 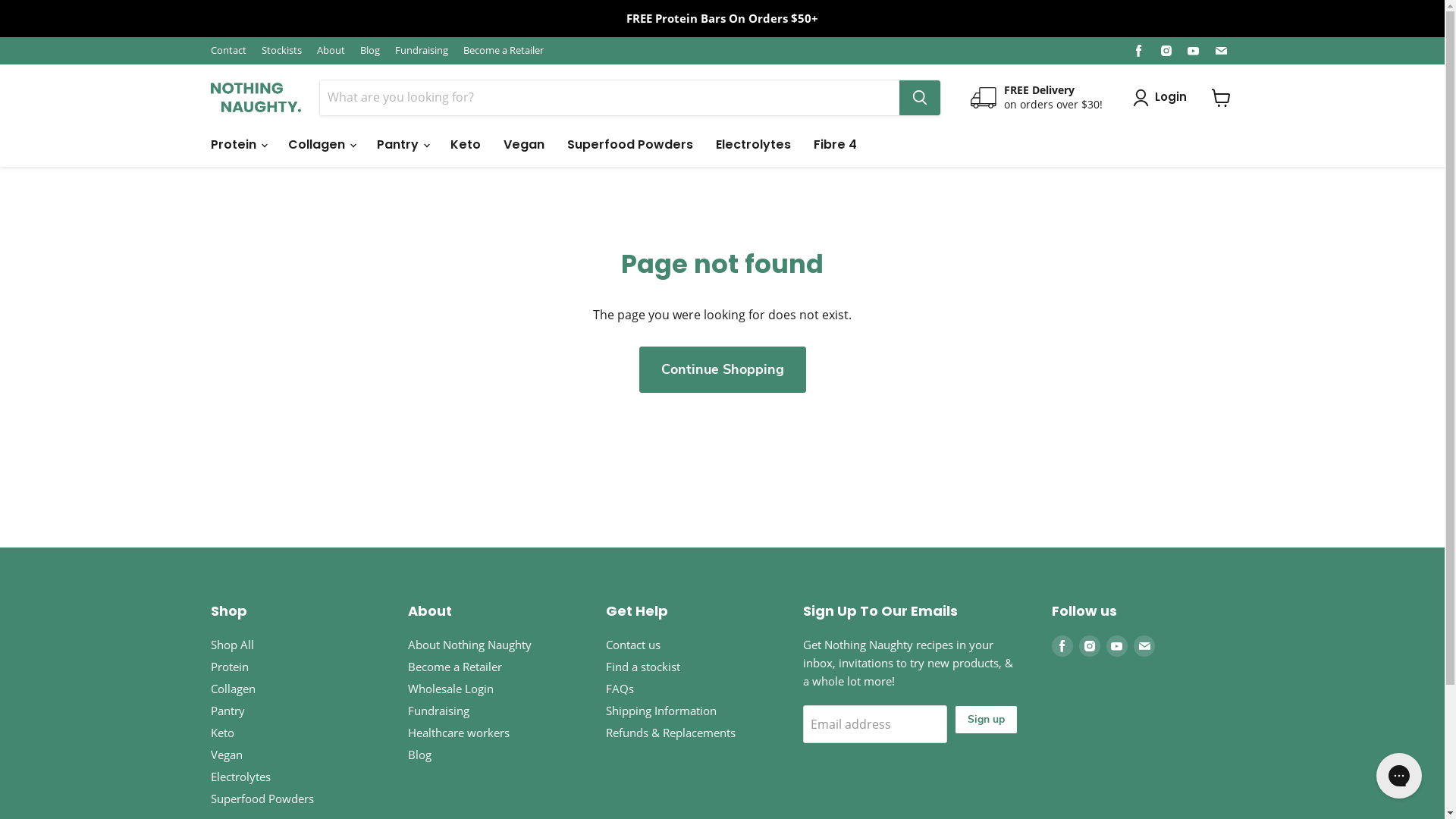 What do you see at coordinates (469, 644) in the screenshot?
I see `'About Nothing Naughty'` at bounding box center [469, 644].